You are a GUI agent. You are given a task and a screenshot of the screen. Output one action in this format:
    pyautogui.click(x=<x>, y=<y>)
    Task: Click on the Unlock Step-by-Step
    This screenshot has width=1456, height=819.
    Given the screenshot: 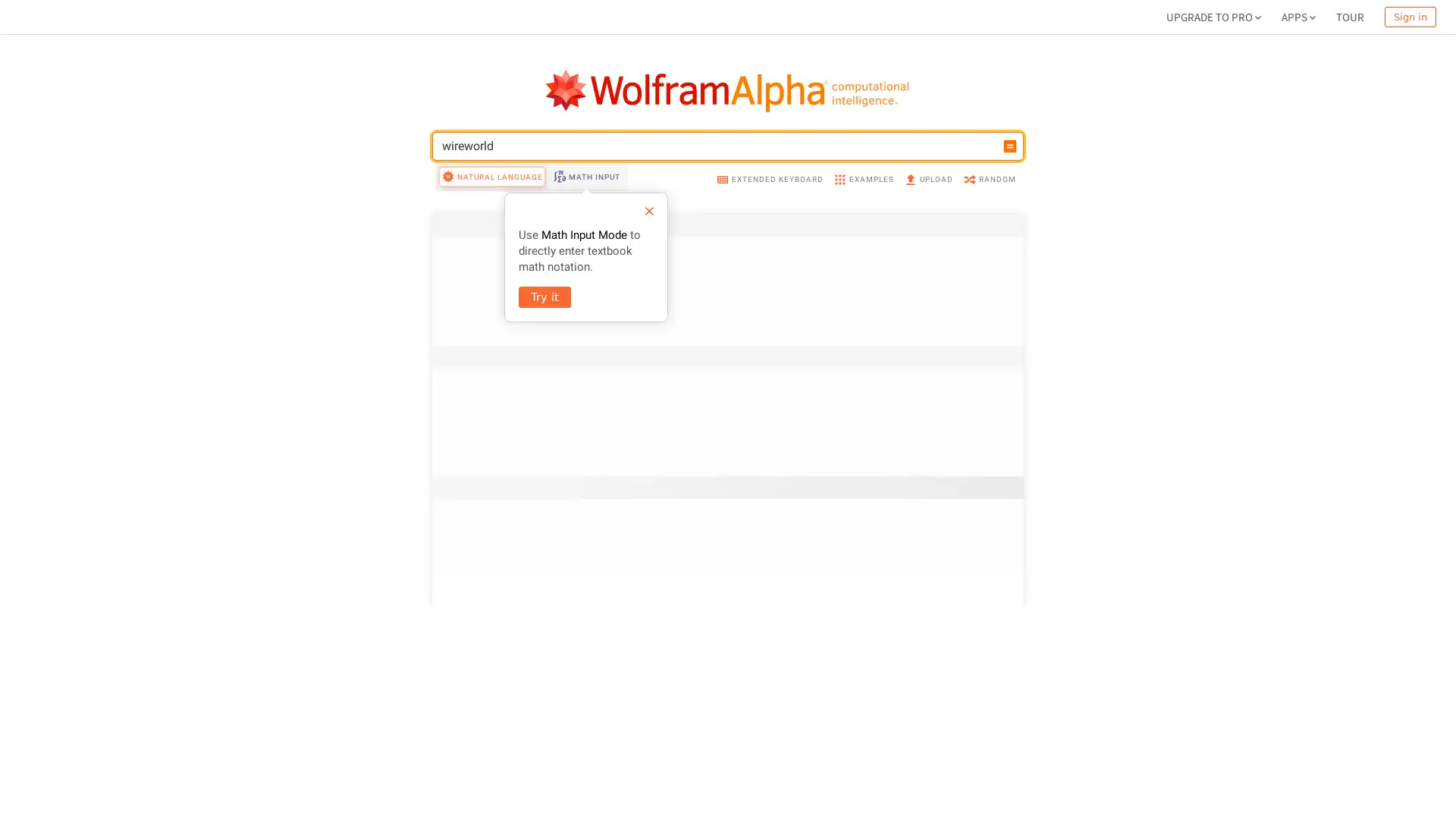 What is the action you would take?
    pyautogui.click(x=541, y=117)
    